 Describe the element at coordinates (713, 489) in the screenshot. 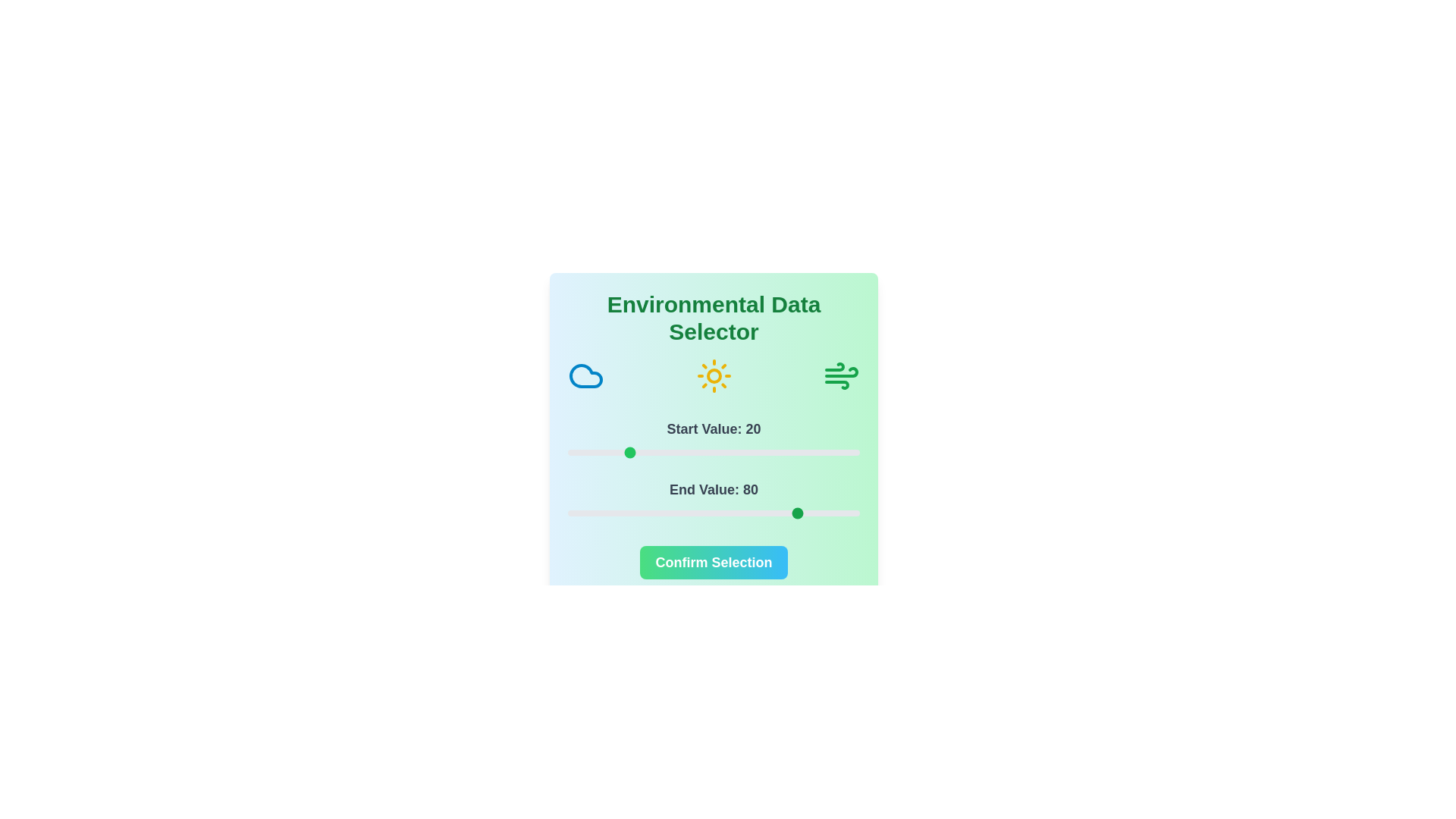

I see `the text label indicating the current end value of the slider, which is centrally aligned below the 'Start Value: 20' label and above the horizontal slider` at that location.